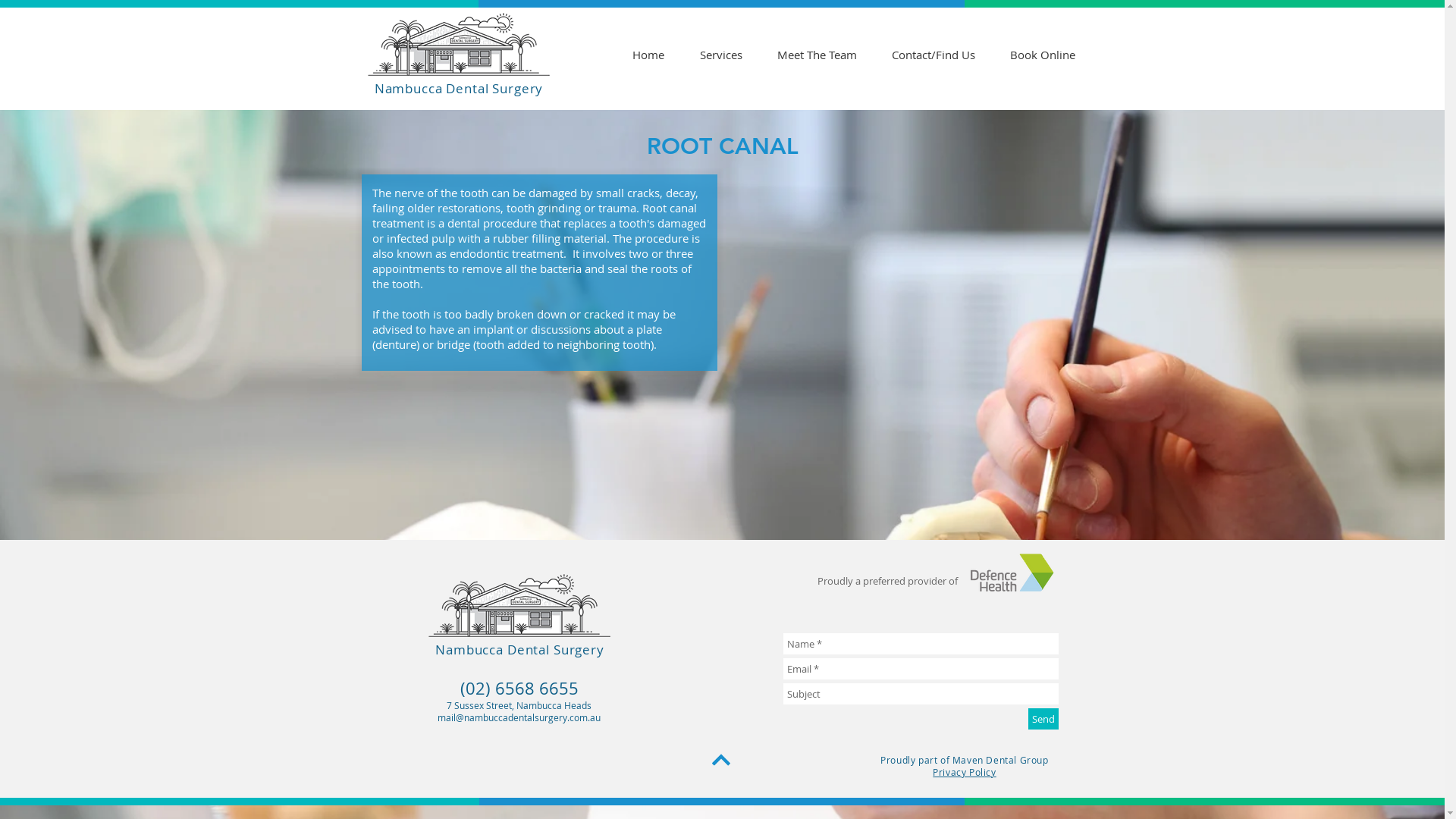 This screenshot has height=819, width=1456. Describe the element at coordinates (931, 772) in the screenshot. I see `'Privacy Policy'` at that location.